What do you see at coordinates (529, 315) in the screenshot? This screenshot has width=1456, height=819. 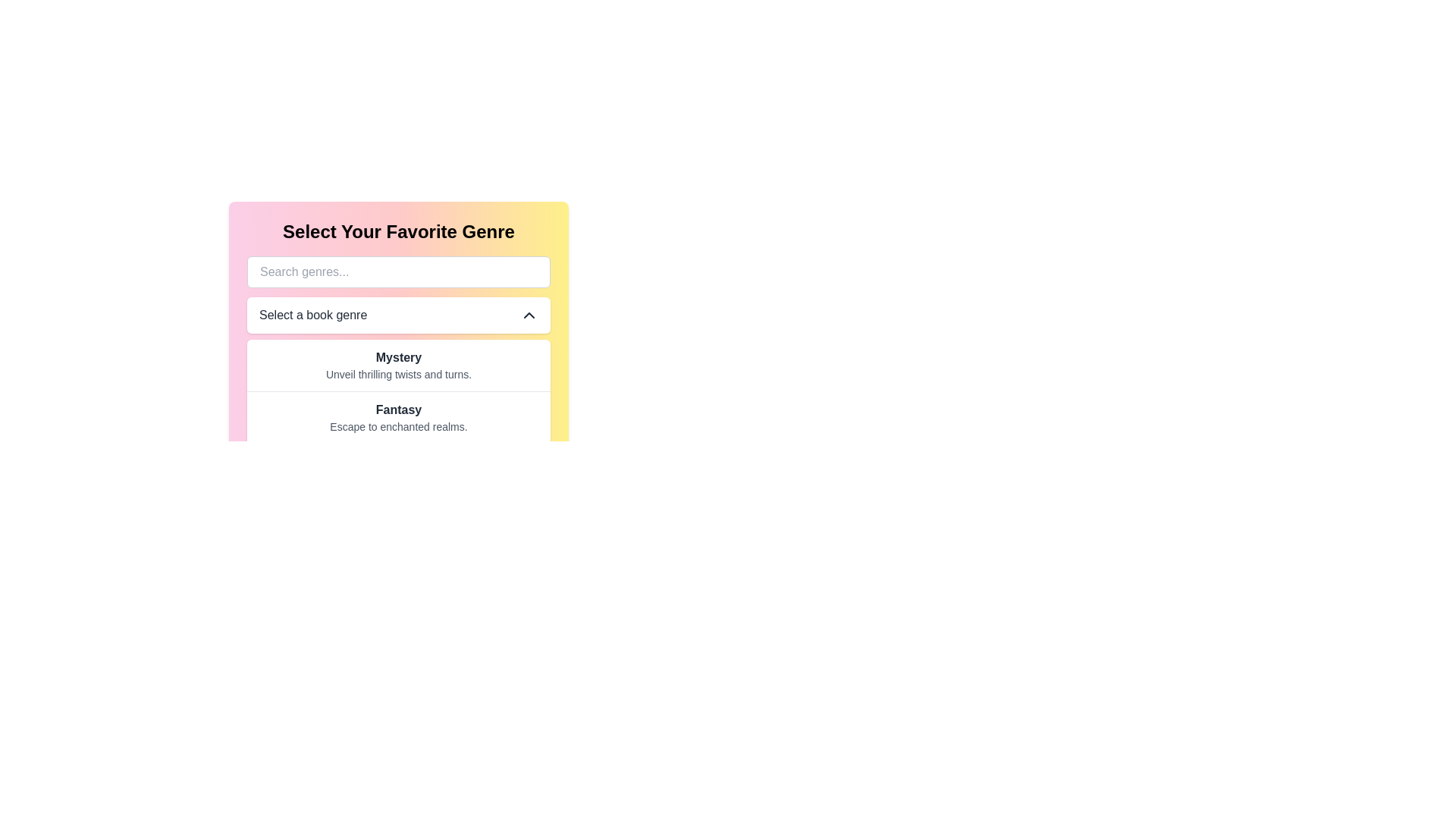 I see `the icon located at the far right of the 'Select a book genre' dropdown menu` at bounding box center [529, 315].